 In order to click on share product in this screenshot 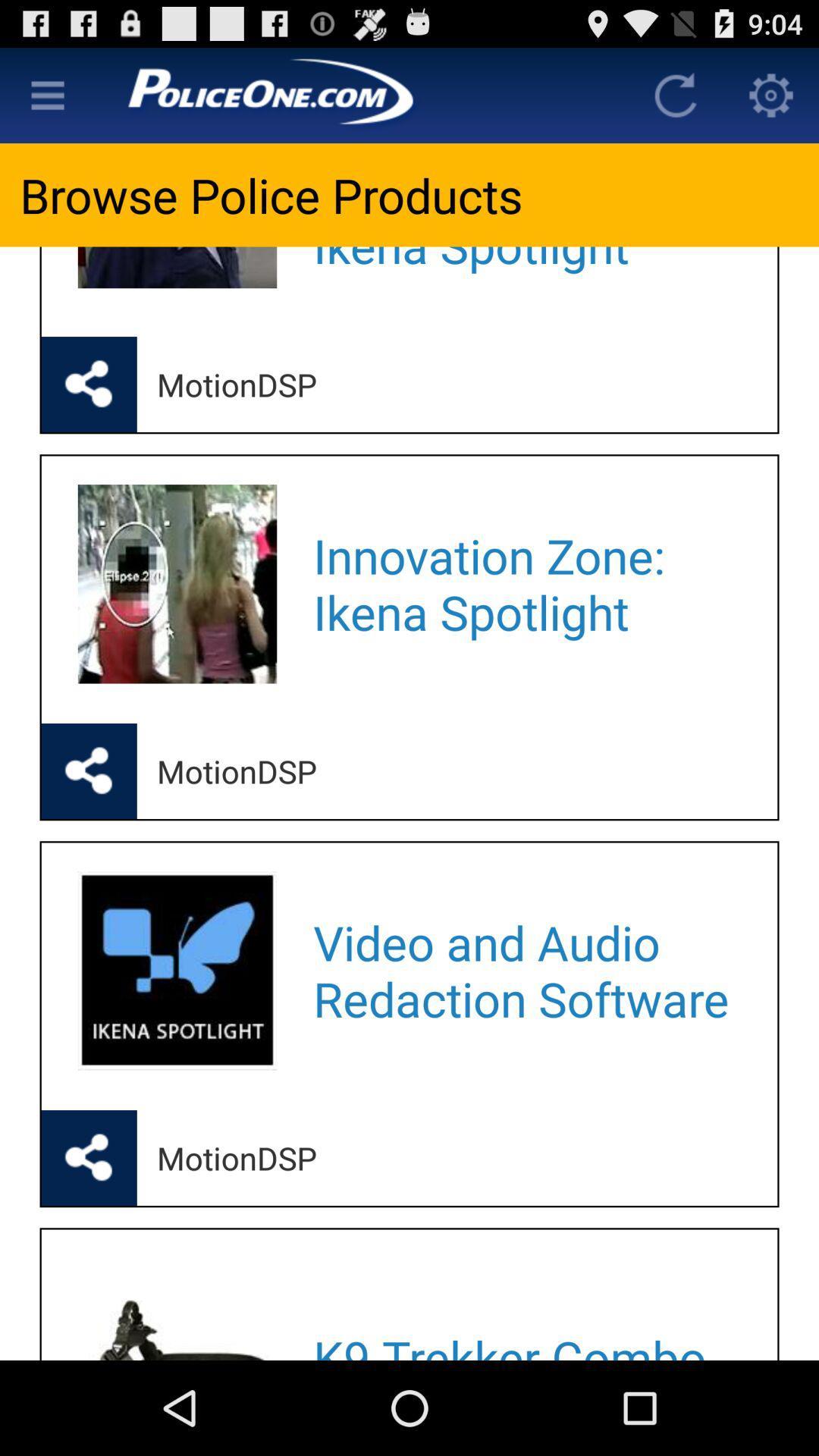, I will do `click(89, 771)`.